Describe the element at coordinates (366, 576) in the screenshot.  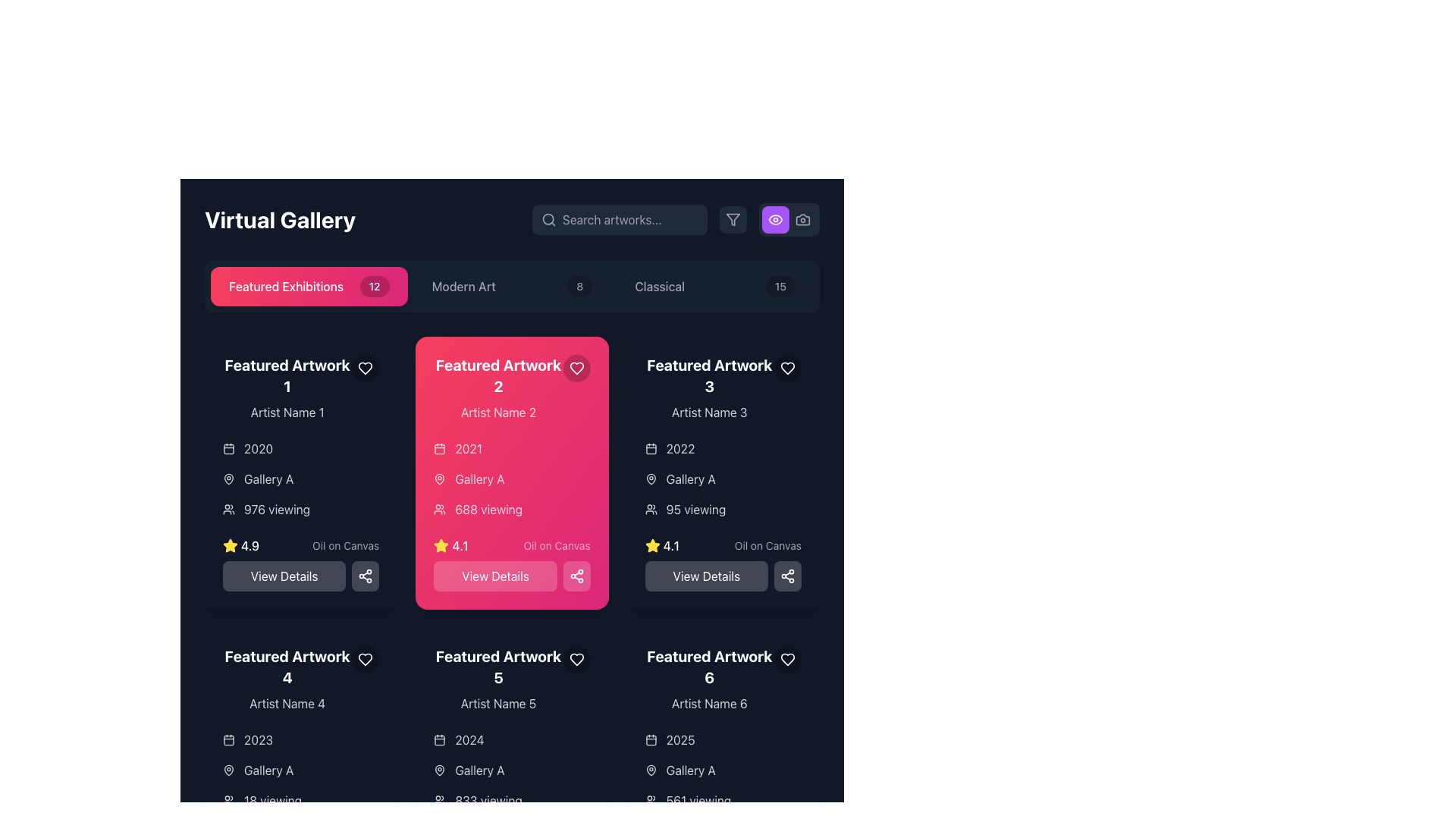
I see `the share icon button, which is represented by three connected circles with a white stroke on a dark background, located to the right of the 'View Details' button within the card labeled 'Featured Artwork 2'` at that location.